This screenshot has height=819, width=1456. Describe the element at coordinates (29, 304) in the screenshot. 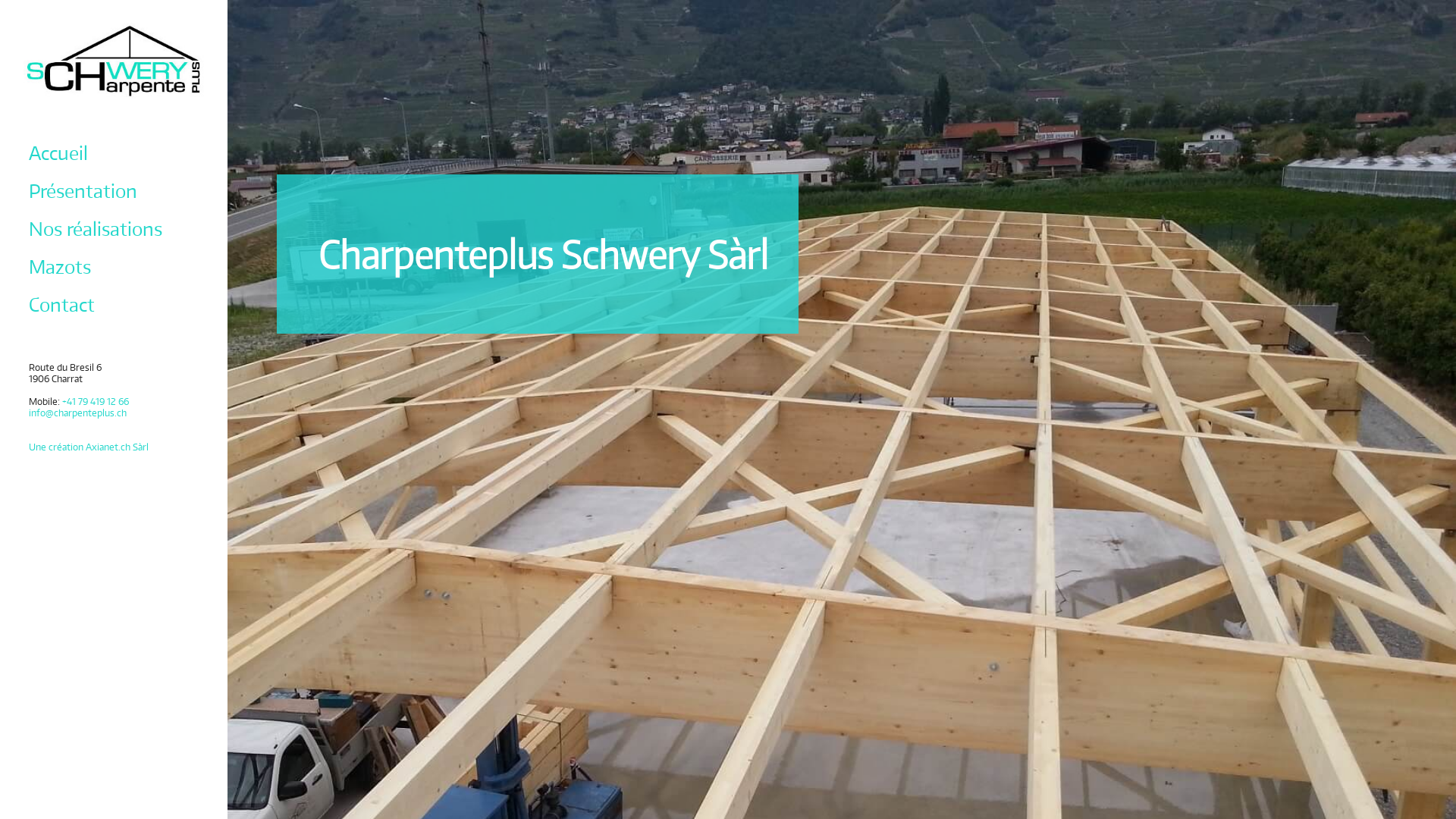

I see `'Contact'` at that location.